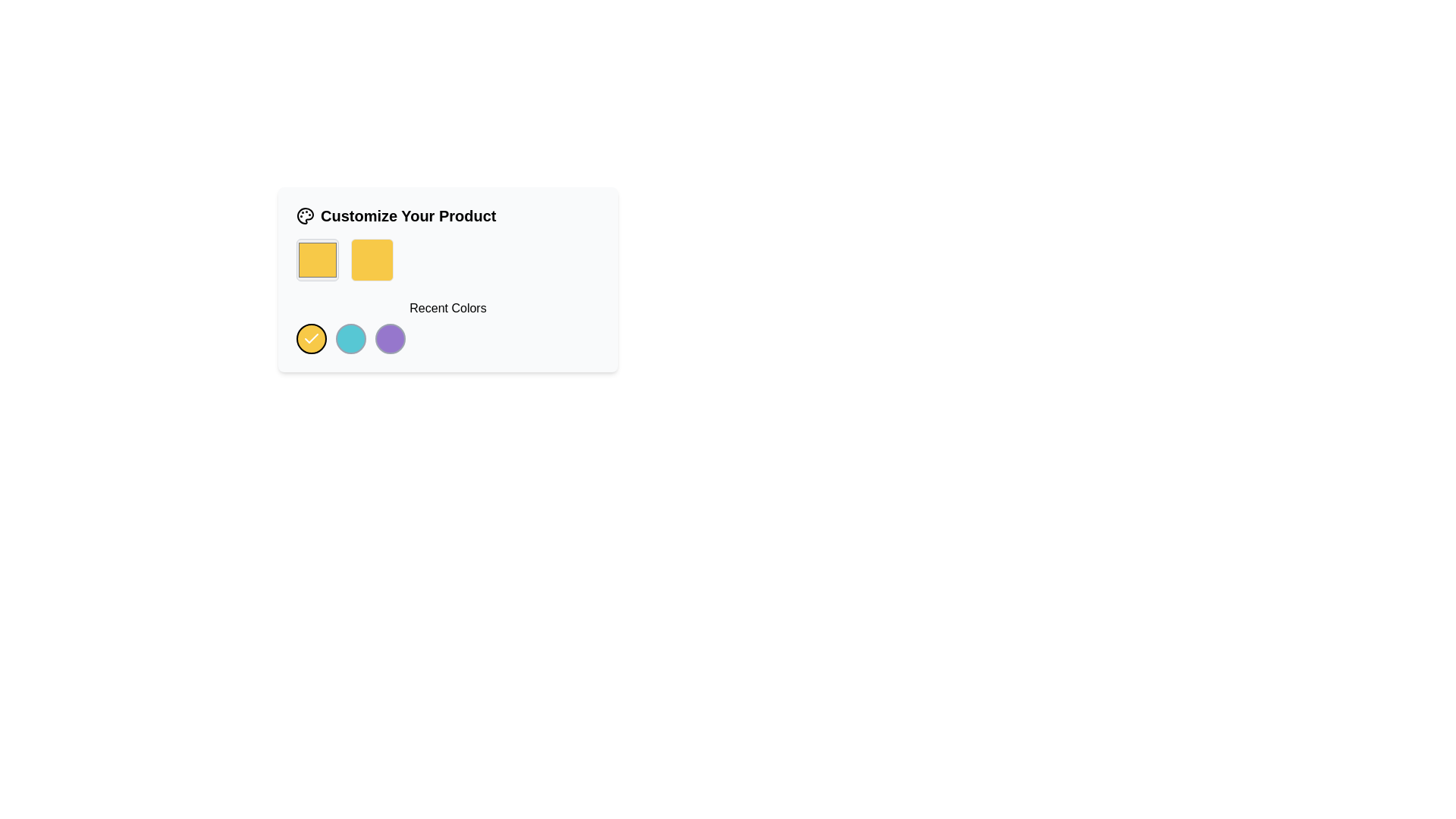  What do you see at coordinates (311, 338) in the screenshot?
I see `the yellow color selector button with a checkmark, which is the first in the set of circular color buttons under the 'Recent Colors' label` at bounding box center [311, 338].